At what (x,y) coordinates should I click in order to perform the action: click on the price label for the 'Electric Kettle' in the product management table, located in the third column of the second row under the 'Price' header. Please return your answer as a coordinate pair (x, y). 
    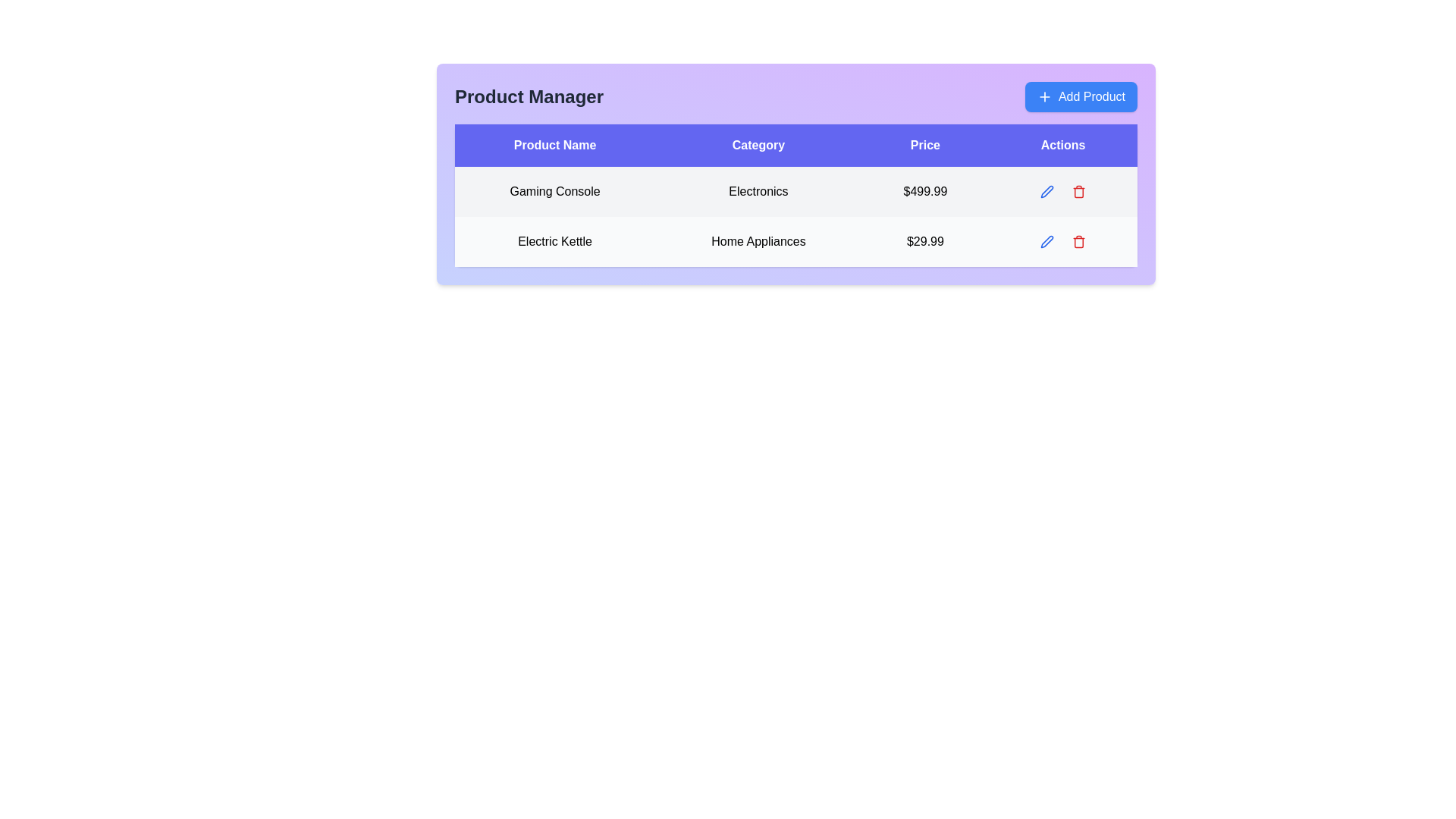
    Looking at the image, I should click on (924, 241).